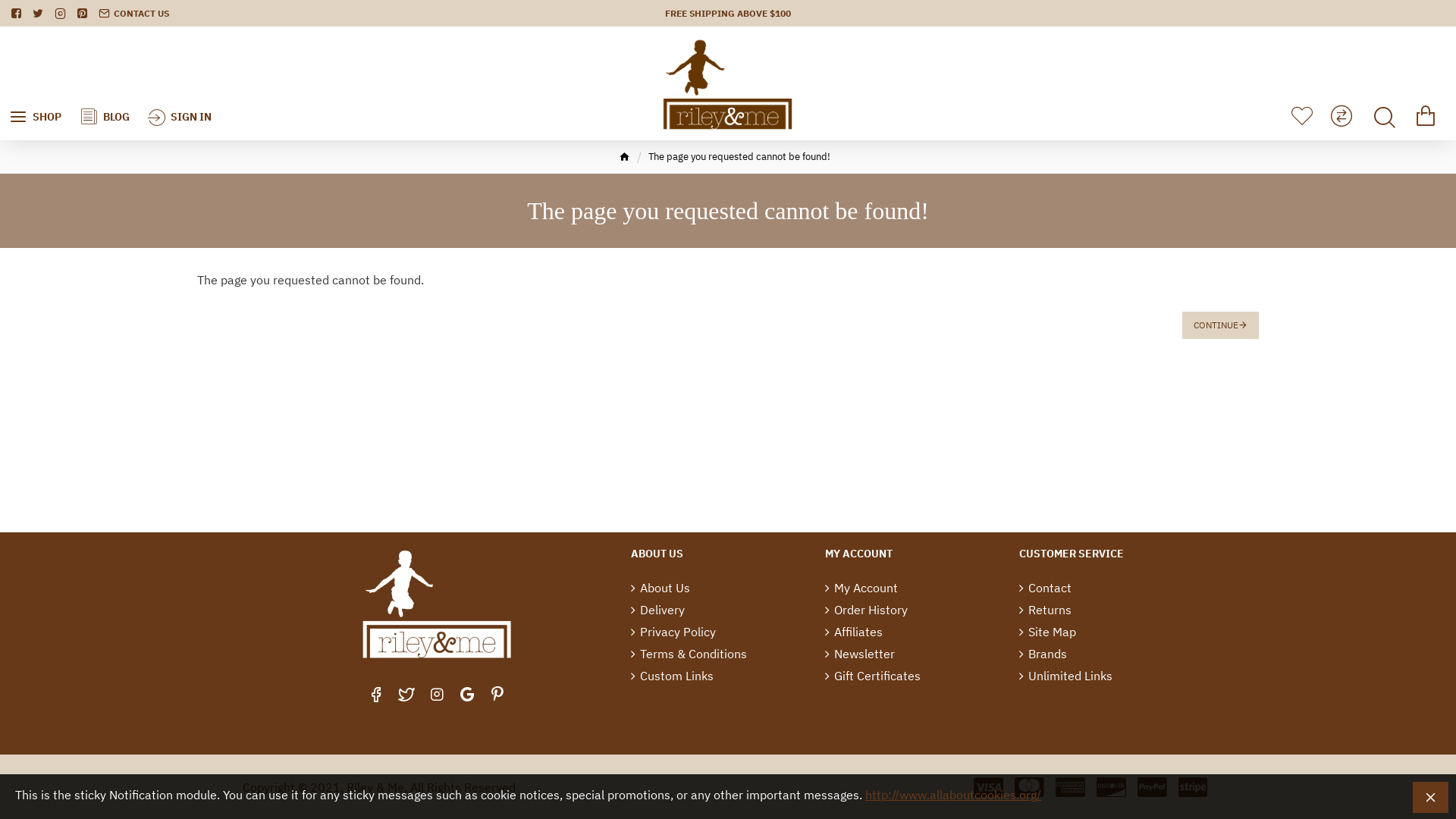  What do you see at coordinates (1220, 324) in the screenshot?
I see `'CONTINUE'` at bounding box center [1220, 324].